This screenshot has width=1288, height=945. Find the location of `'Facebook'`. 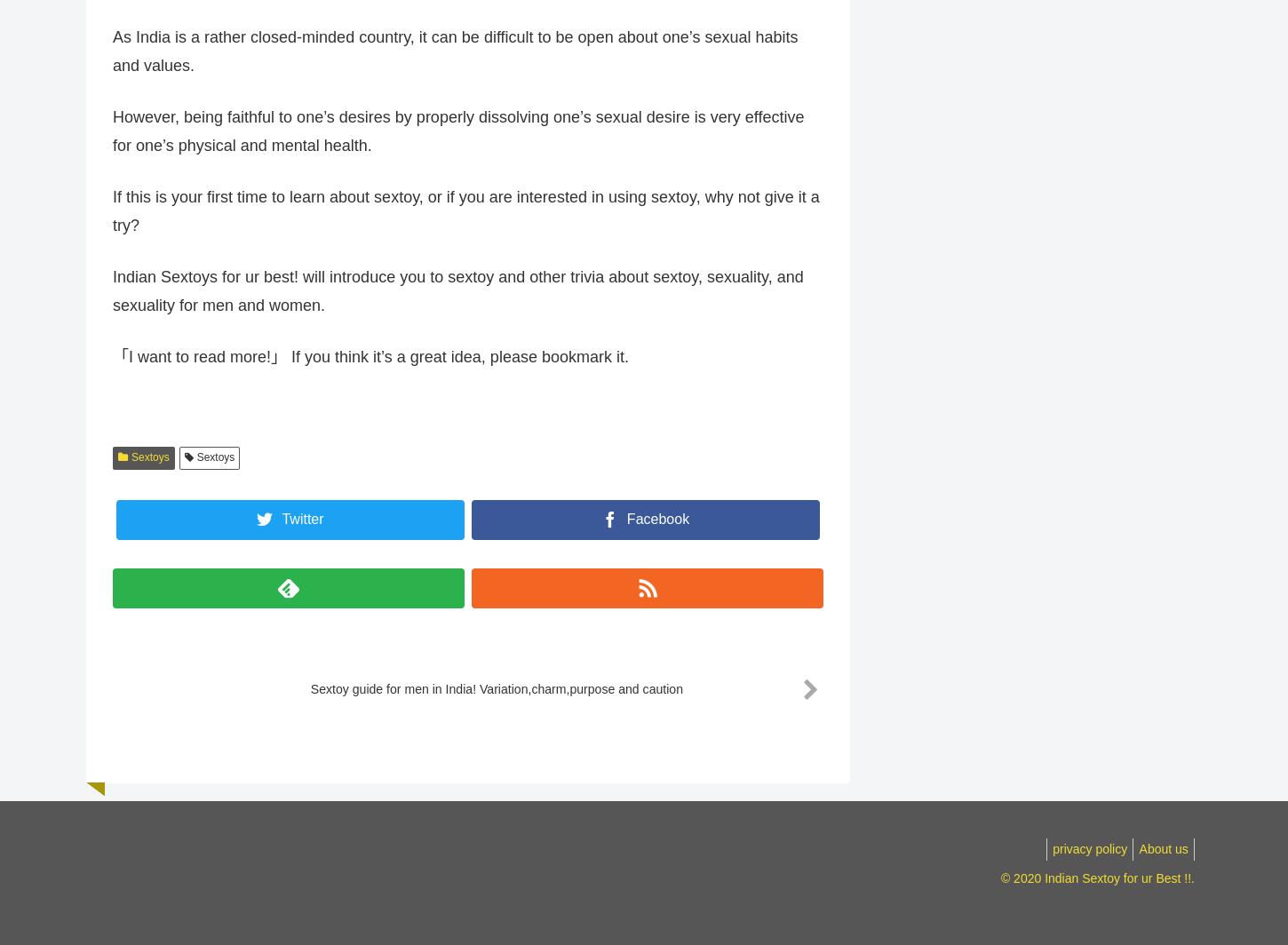

'Facebook' is located at coordinates (657, 528).